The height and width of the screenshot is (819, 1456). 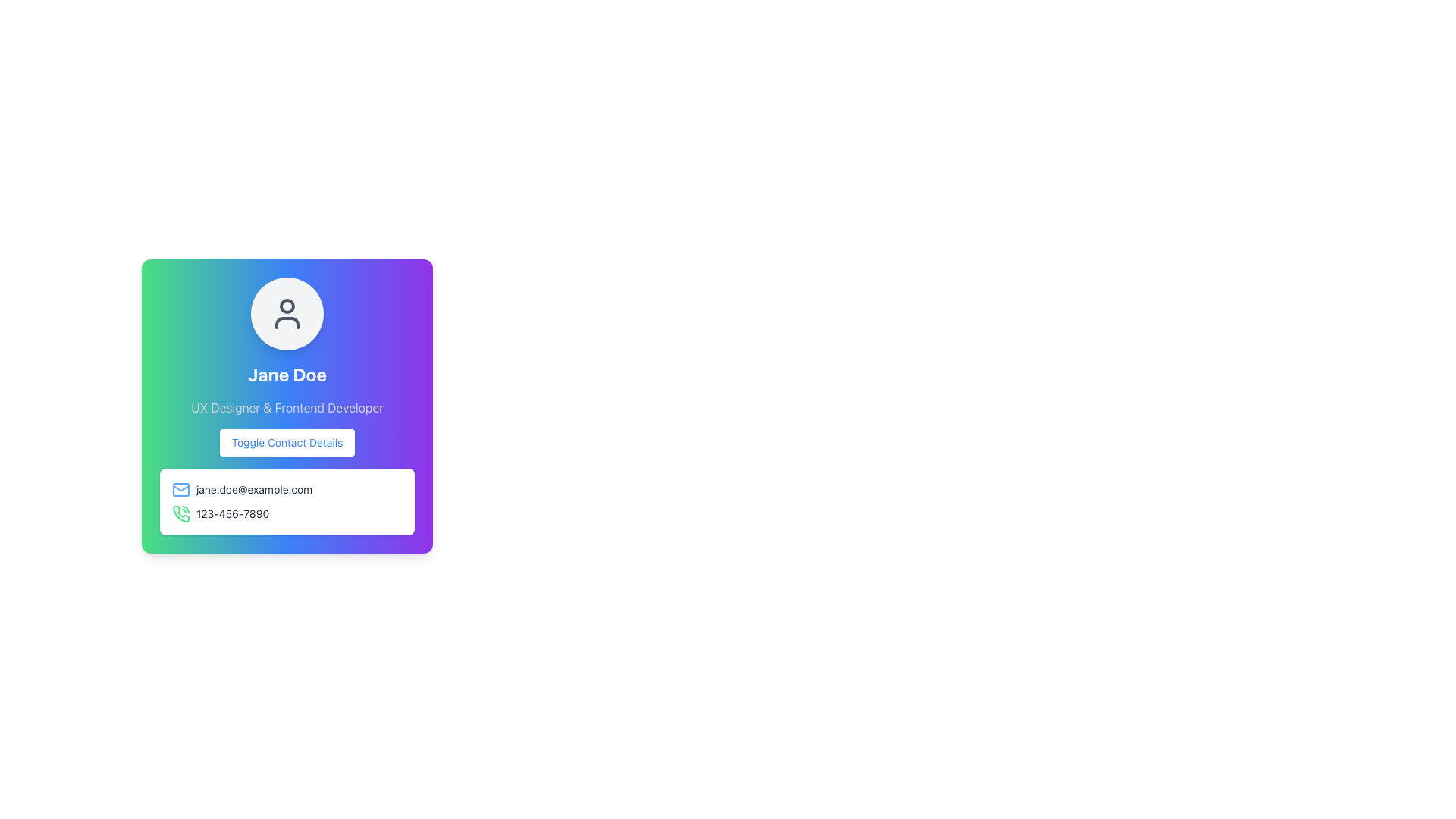 What do you see at coordinates (287, 306) in the screenshot?
I see `the circular graphical element that serves as part of the user profile icon, positioned centrally within the head part of the icon, which is located top-centered in a card component displaying user information` at bounding box center [287, 306].